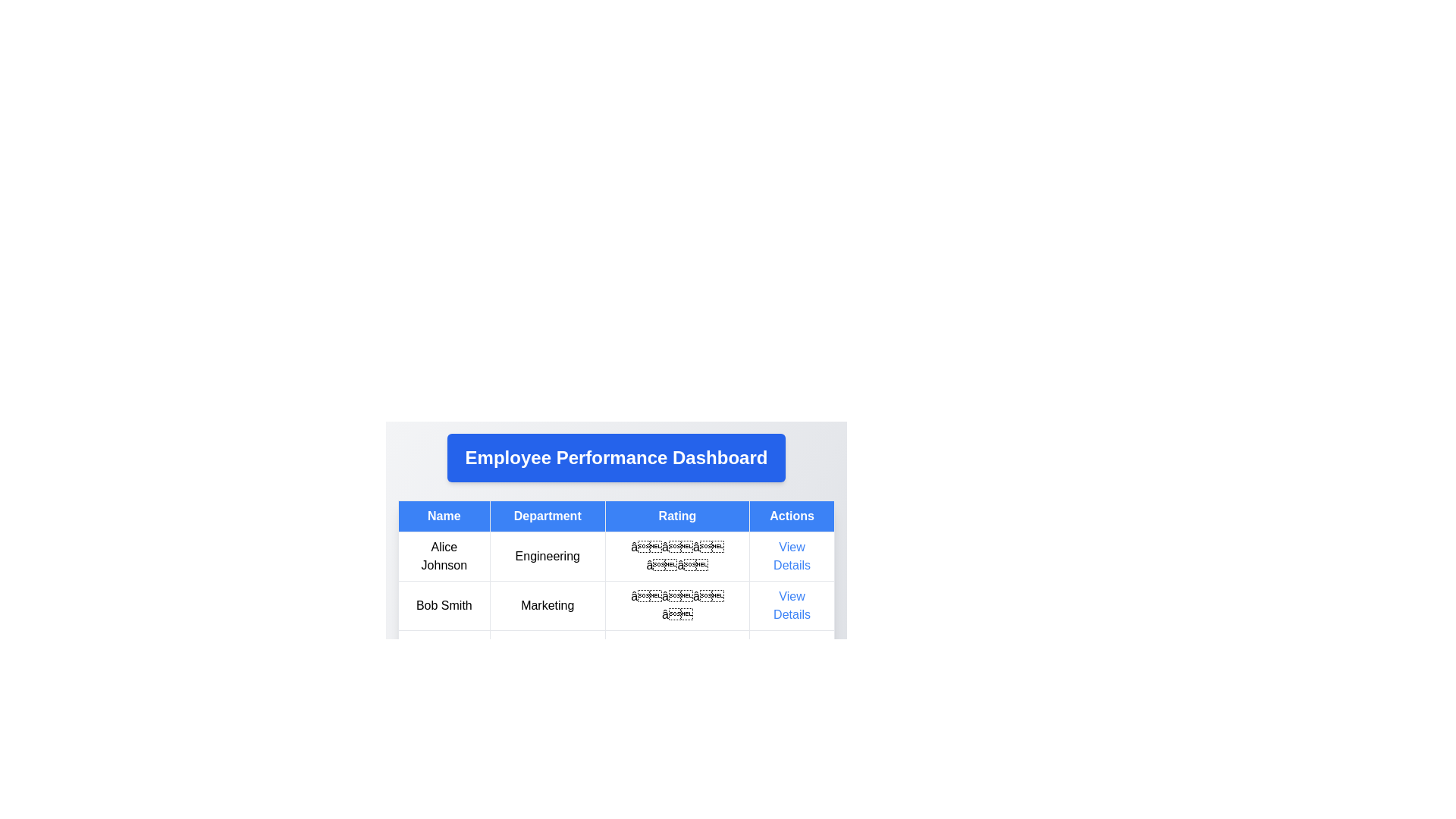 The height and width of the screenshot is (819, 1456). What do you see at coordinates (616, 516) in the screenshot?
I see `the Table Header at the top of the Employee Performance Dashboard` at bounding box center [616, 516].